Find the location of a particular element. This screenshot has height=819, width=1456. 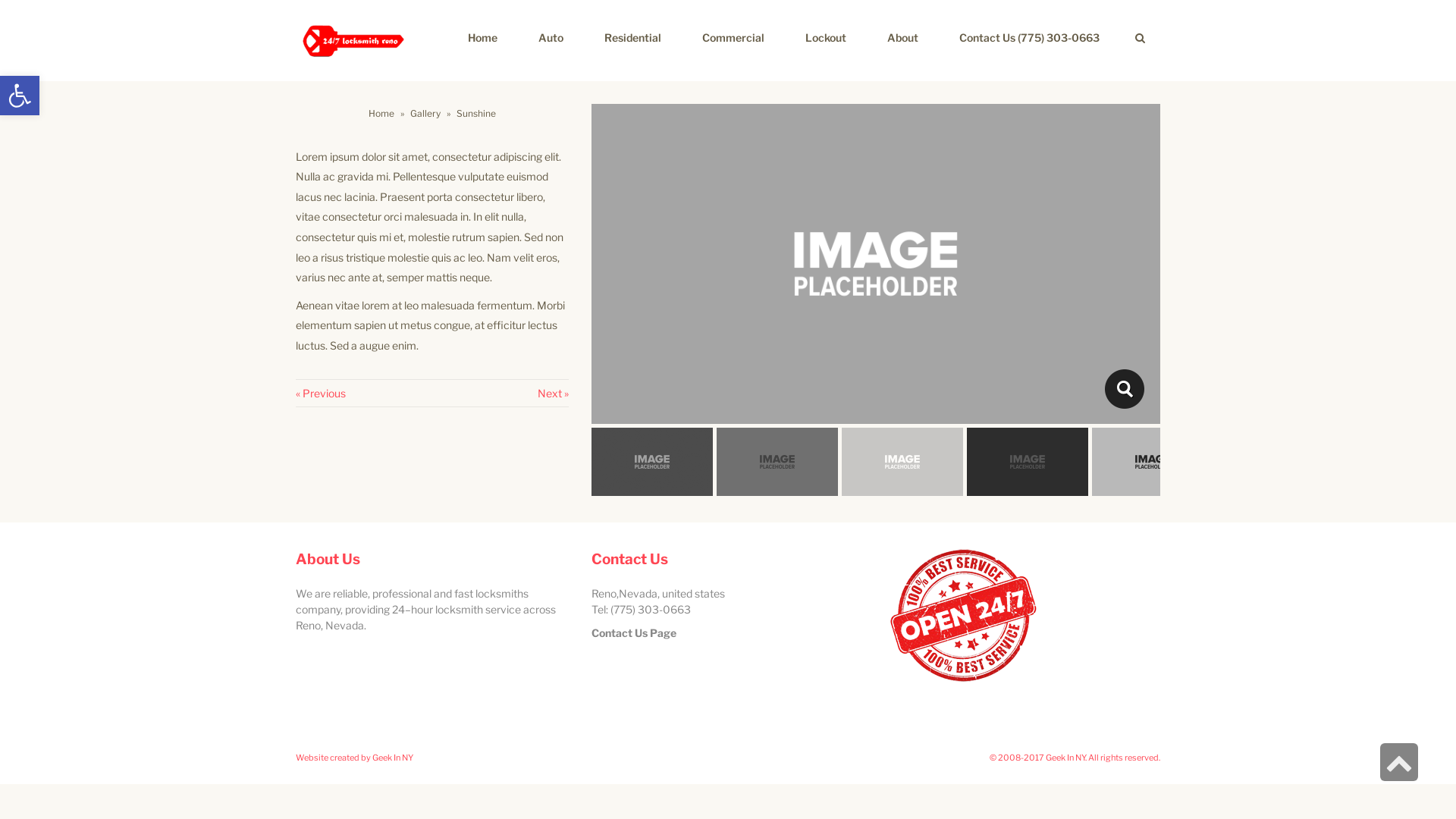

'Contact Us (775) 303-0663' is located at coordinates (1029, 37).